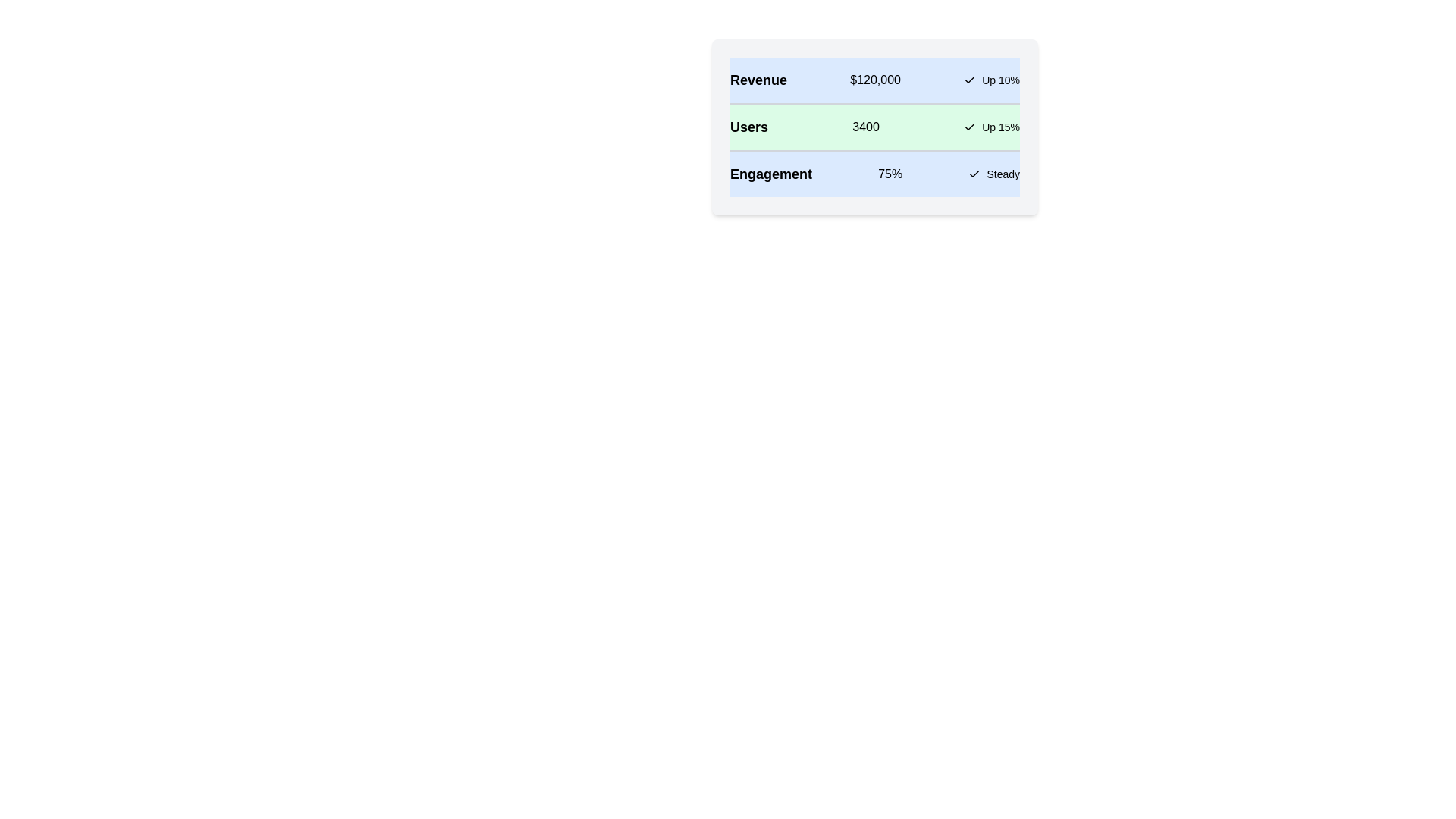 Image resolution: width=1456 pixels, height=819 pixels. Describe the element at coordinates (749, 127) in the screenshot. I see `the text element Users for copying` at that location.